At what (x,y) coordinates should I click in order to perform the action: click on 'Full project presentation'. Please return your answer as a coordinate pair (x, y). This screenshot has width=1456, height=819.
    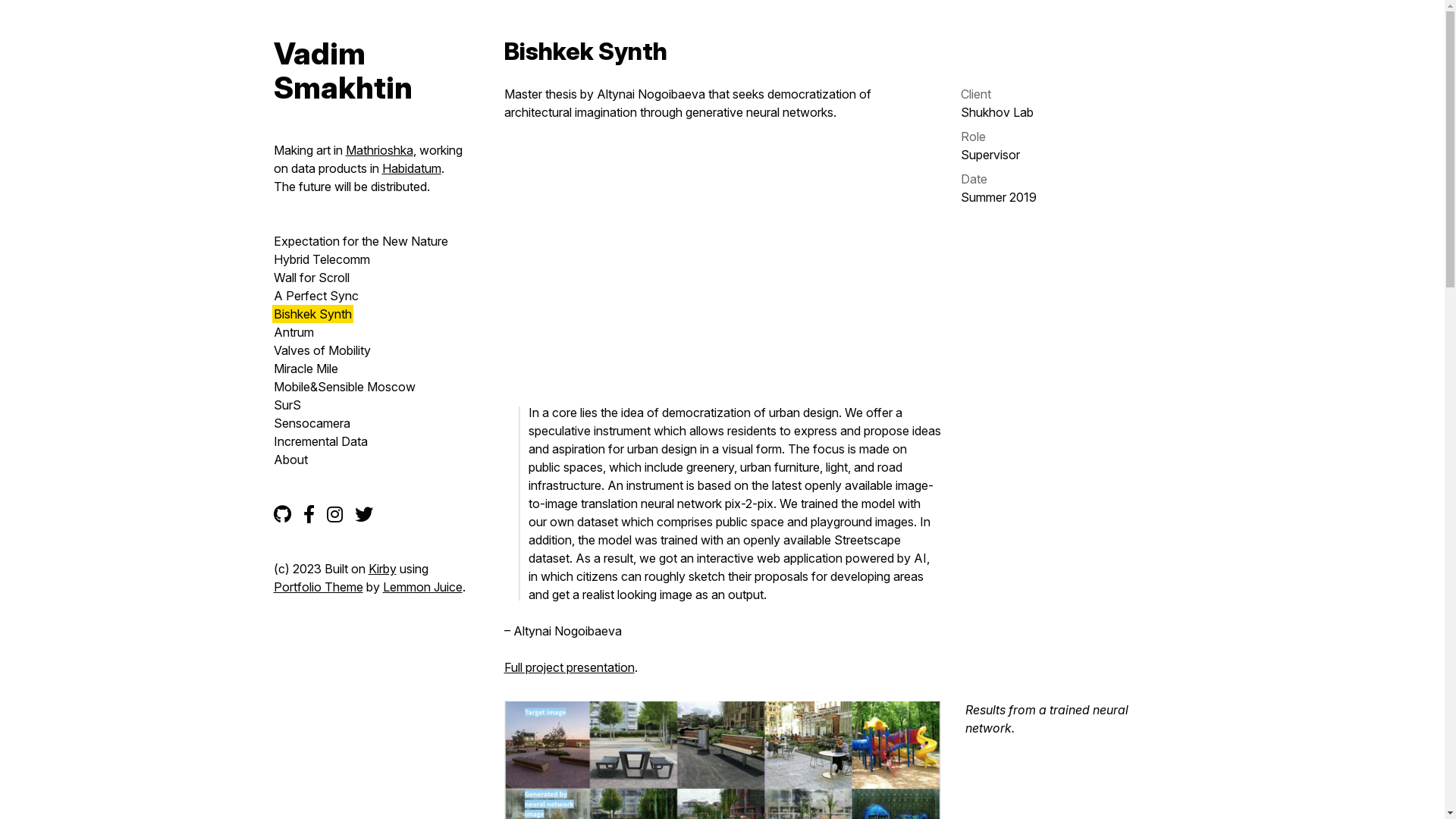
    Looking at the image, I should click on (567, 666).